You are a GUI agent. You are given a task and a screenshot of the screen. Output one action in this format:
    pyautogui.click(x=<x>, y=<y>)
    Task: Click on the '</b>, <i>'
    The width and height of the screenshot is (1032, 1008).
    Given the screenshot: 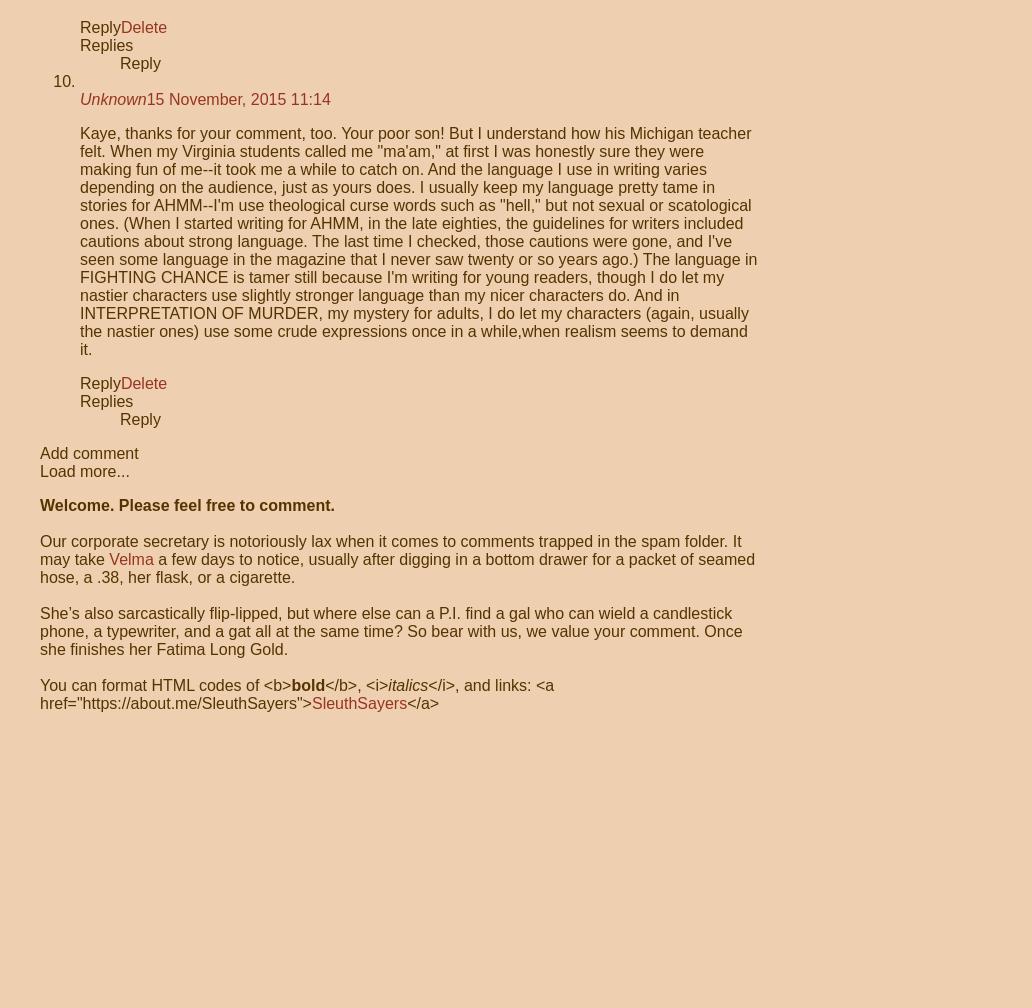 What is the action you would take?
    pyautogui.click(x=324, y=685)
    